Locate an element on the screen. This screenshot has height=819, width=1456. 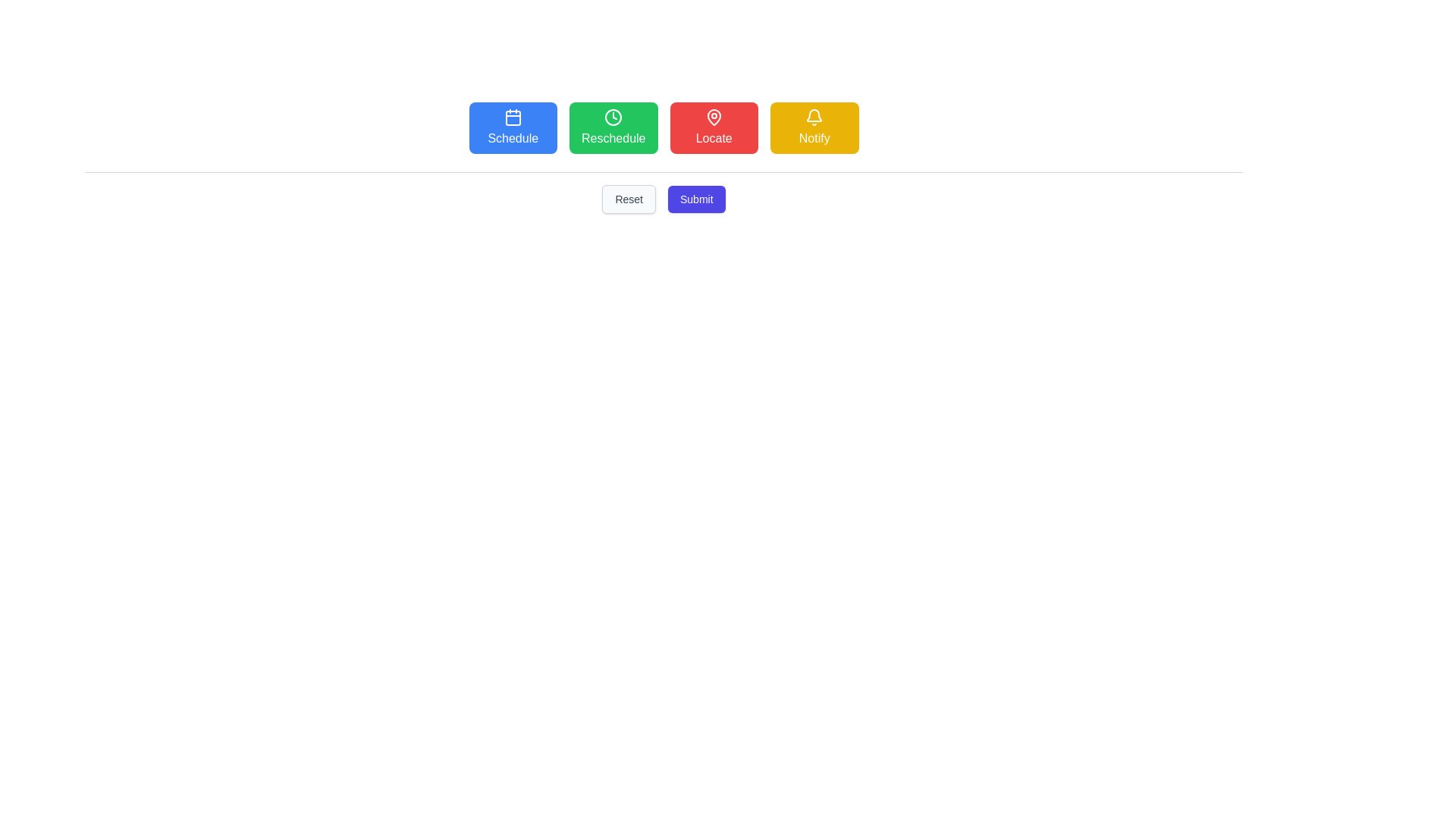
the 'Reset' button is located at coordinates (629, 198).